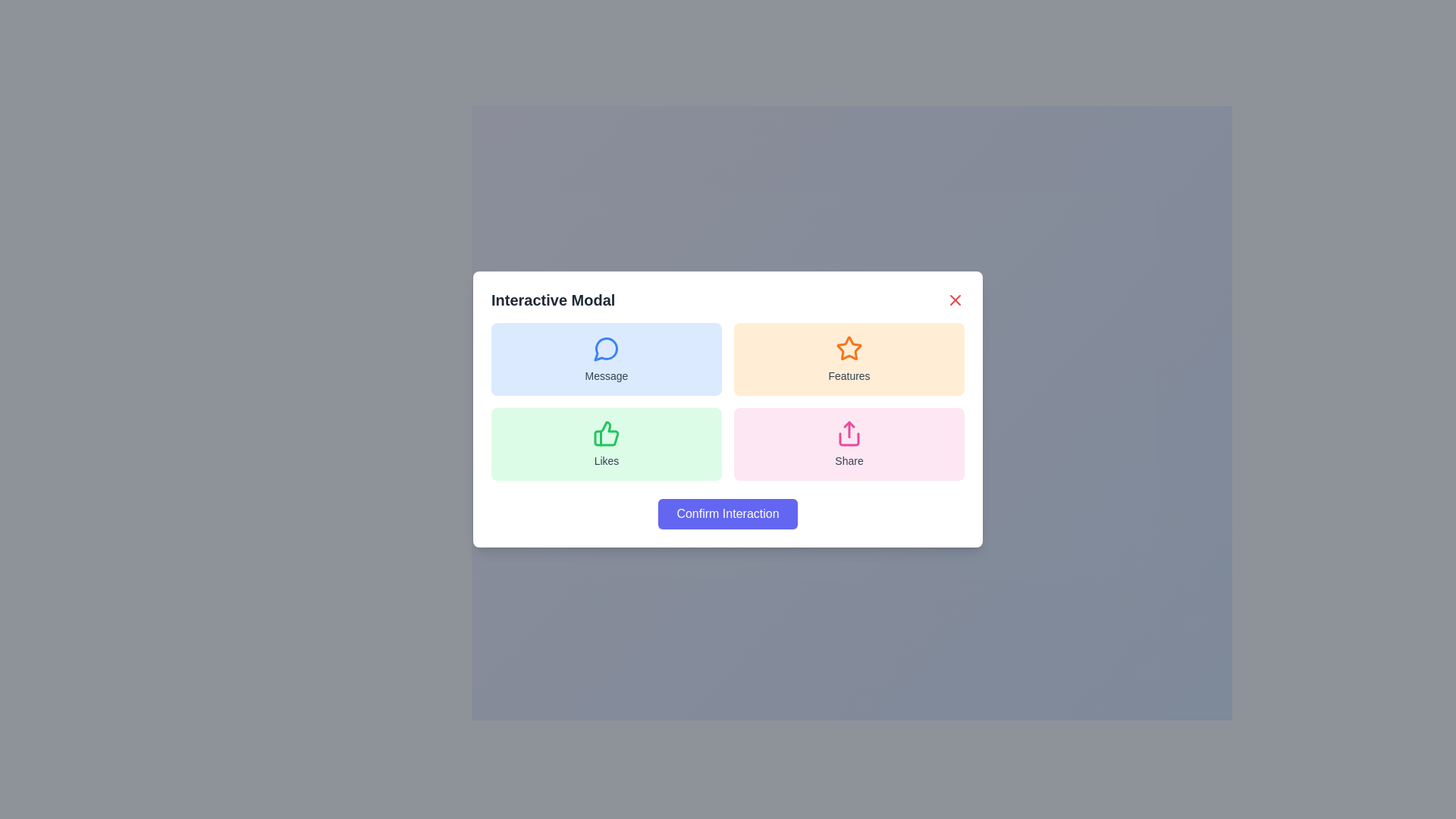  What do you see at coordinates (848, 444) in the screenshot?
I see `the sharing button located in the bottom-right slot of a 2x2 grid layout within the modal dialog` at bounding box center [848, 444].